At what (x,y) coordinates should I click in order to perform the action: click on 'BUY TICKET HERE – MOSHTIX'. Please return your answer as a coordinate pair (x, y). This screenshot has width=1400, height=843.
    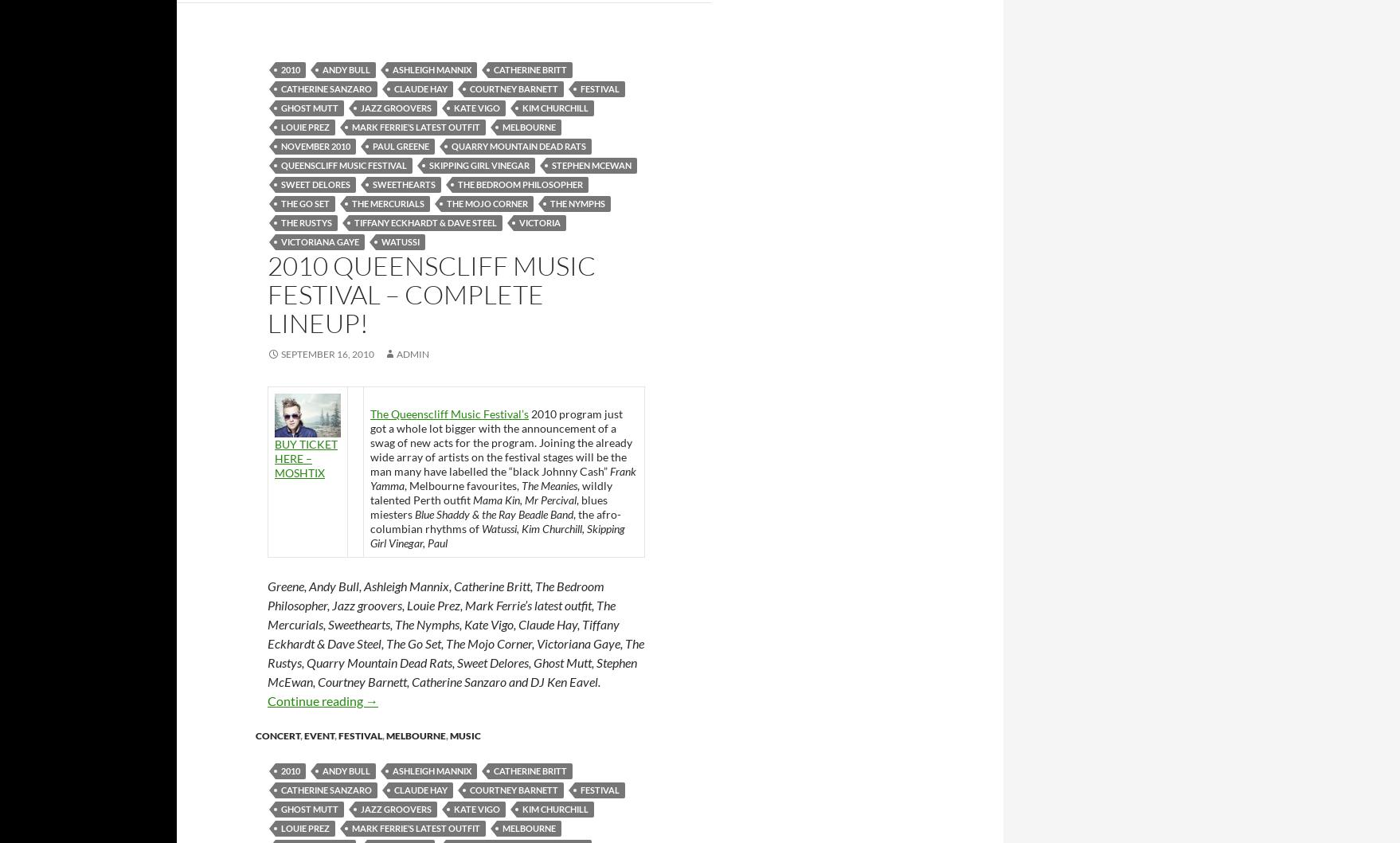
    Looking at the image, I should click on (306, 457).